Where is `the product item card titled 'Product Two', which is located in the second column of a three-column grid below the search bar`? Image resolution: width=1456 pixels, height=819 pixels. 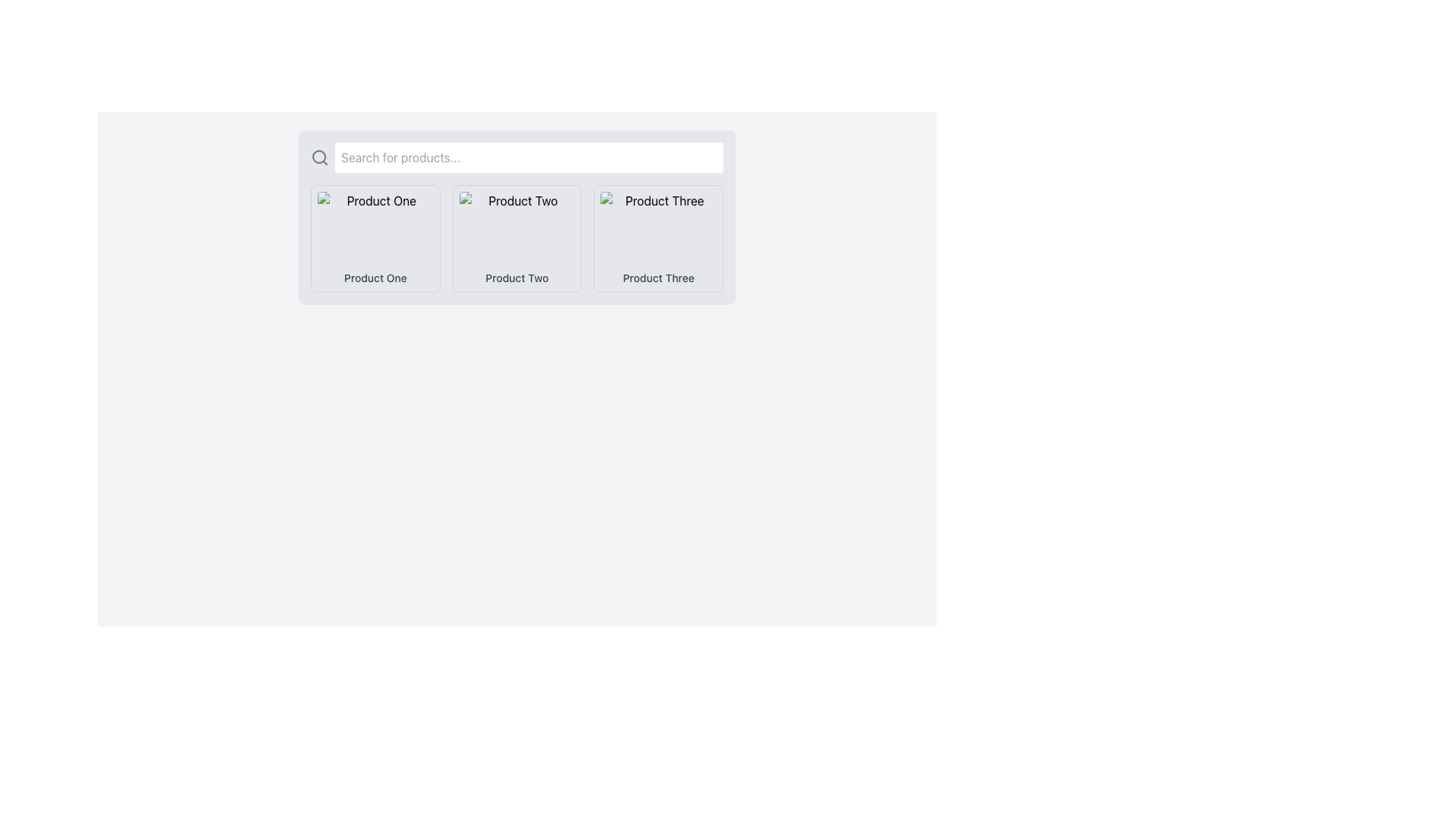
the product item card titled 'Product Two', which is located in the second column of a three-column grid below the search bar is located at coordinates (516, 217).